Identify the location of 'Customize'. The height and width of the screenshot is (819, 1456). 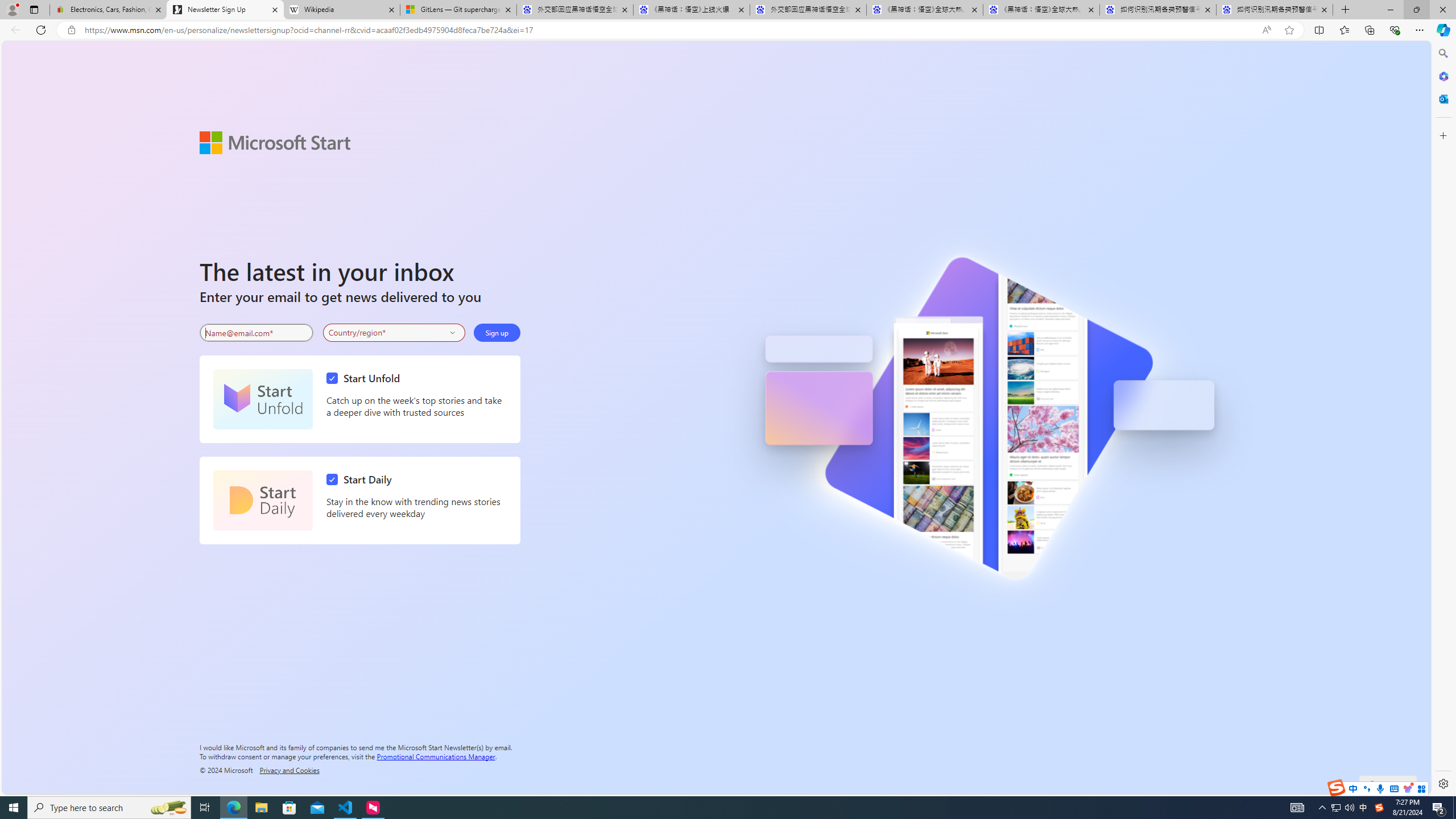
(1442, 135).